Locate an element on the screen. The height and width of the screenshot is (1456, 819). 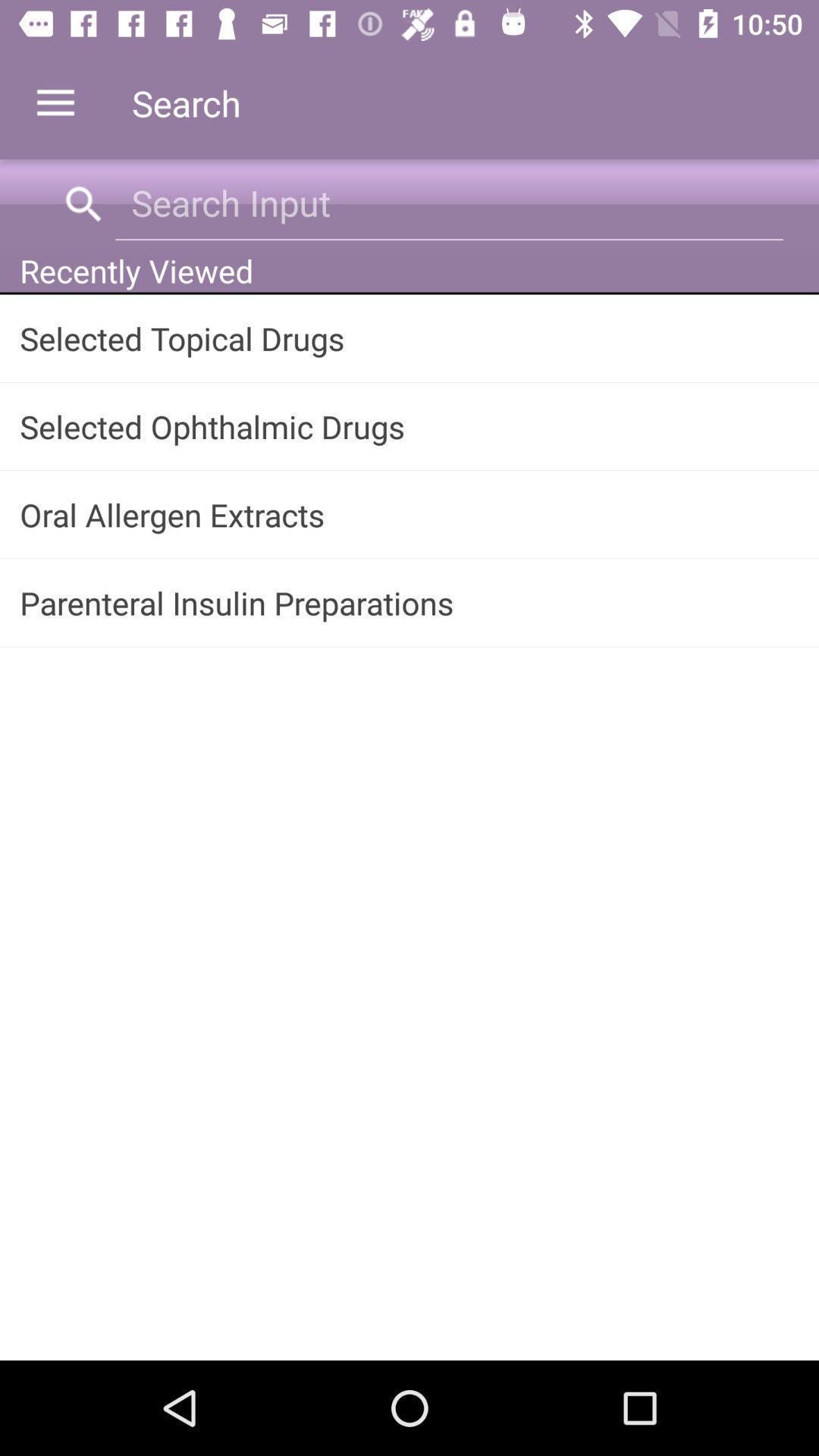
parenteral insulin preparations icon is located at coordinates (409, 602).